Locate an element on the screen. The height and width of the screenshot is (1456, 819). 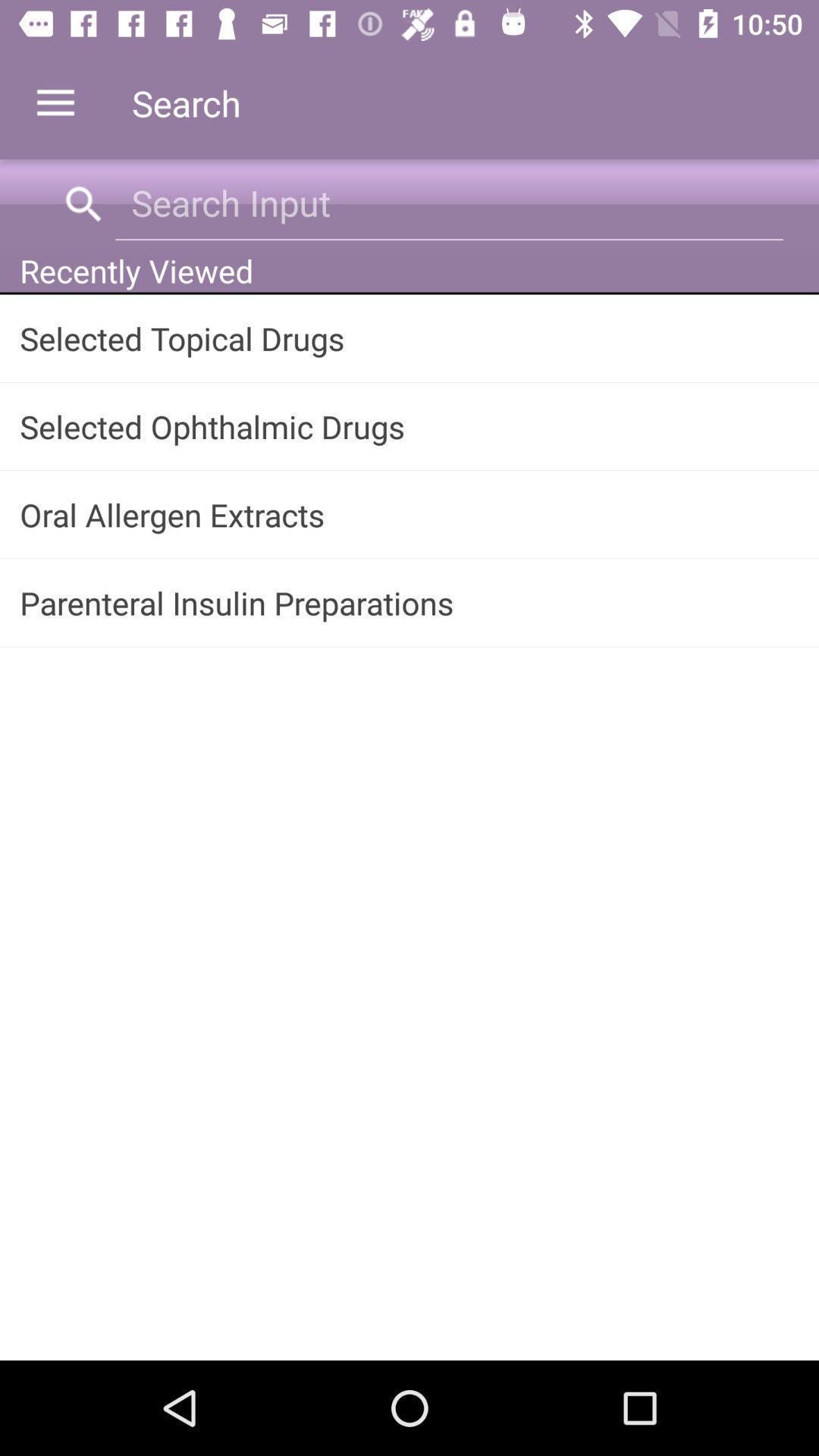
parenteral insulin preparations icon is located at coordinates (409, 602).